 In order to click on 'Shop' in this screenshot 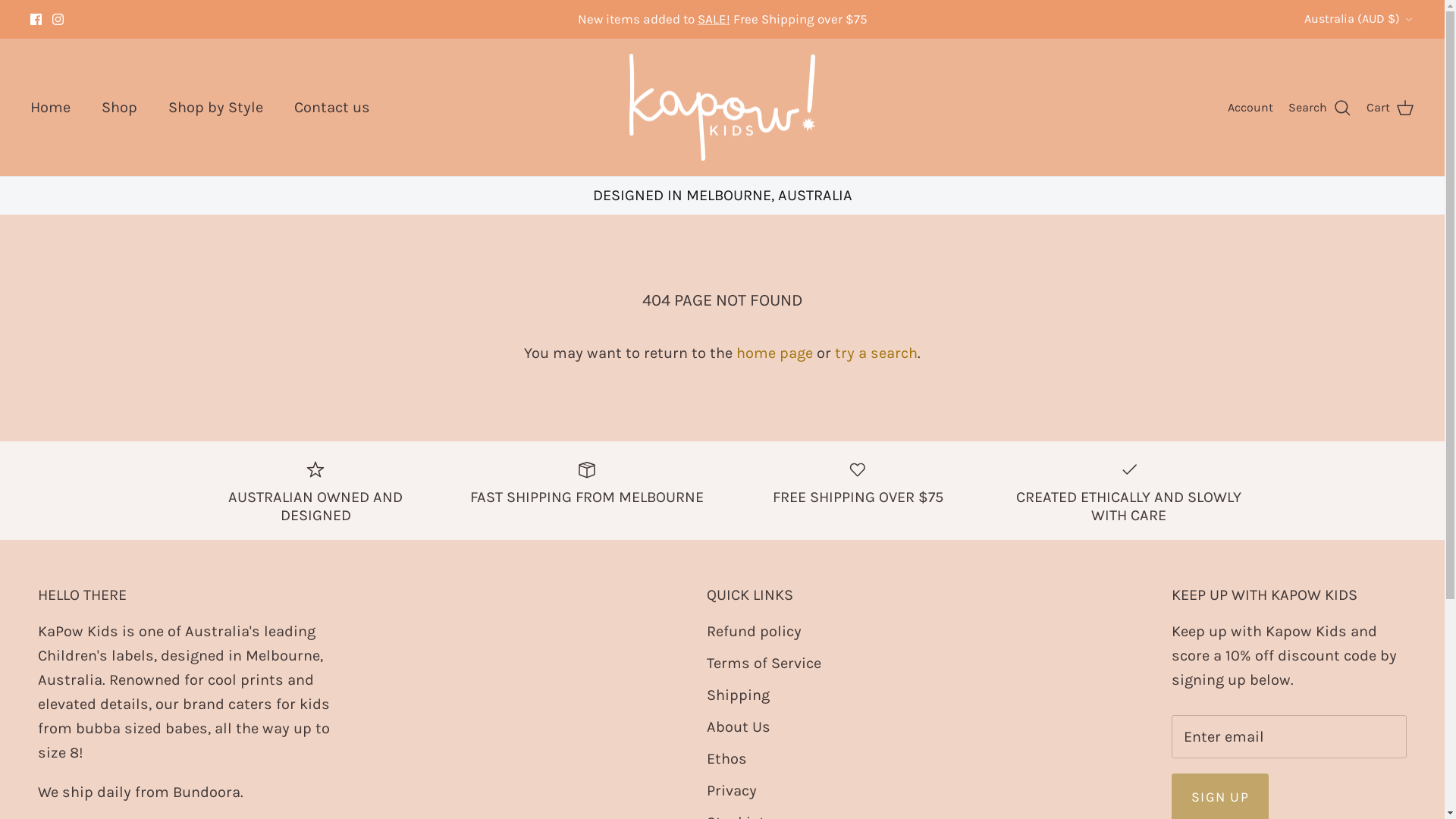, I will do `click(118, 107)`.